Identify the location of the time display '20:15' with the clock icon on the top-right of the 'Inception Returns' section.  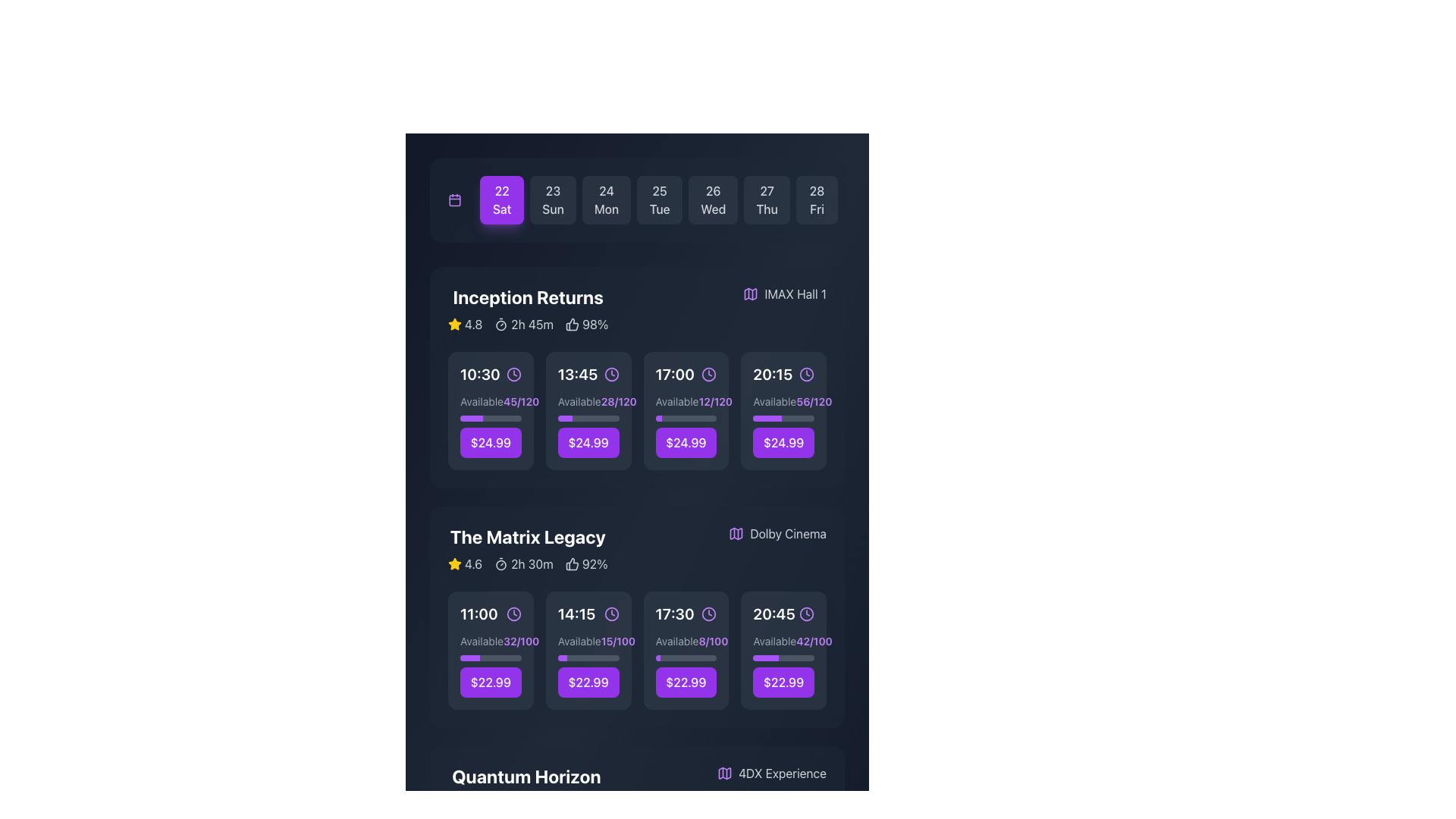
(783, 374).